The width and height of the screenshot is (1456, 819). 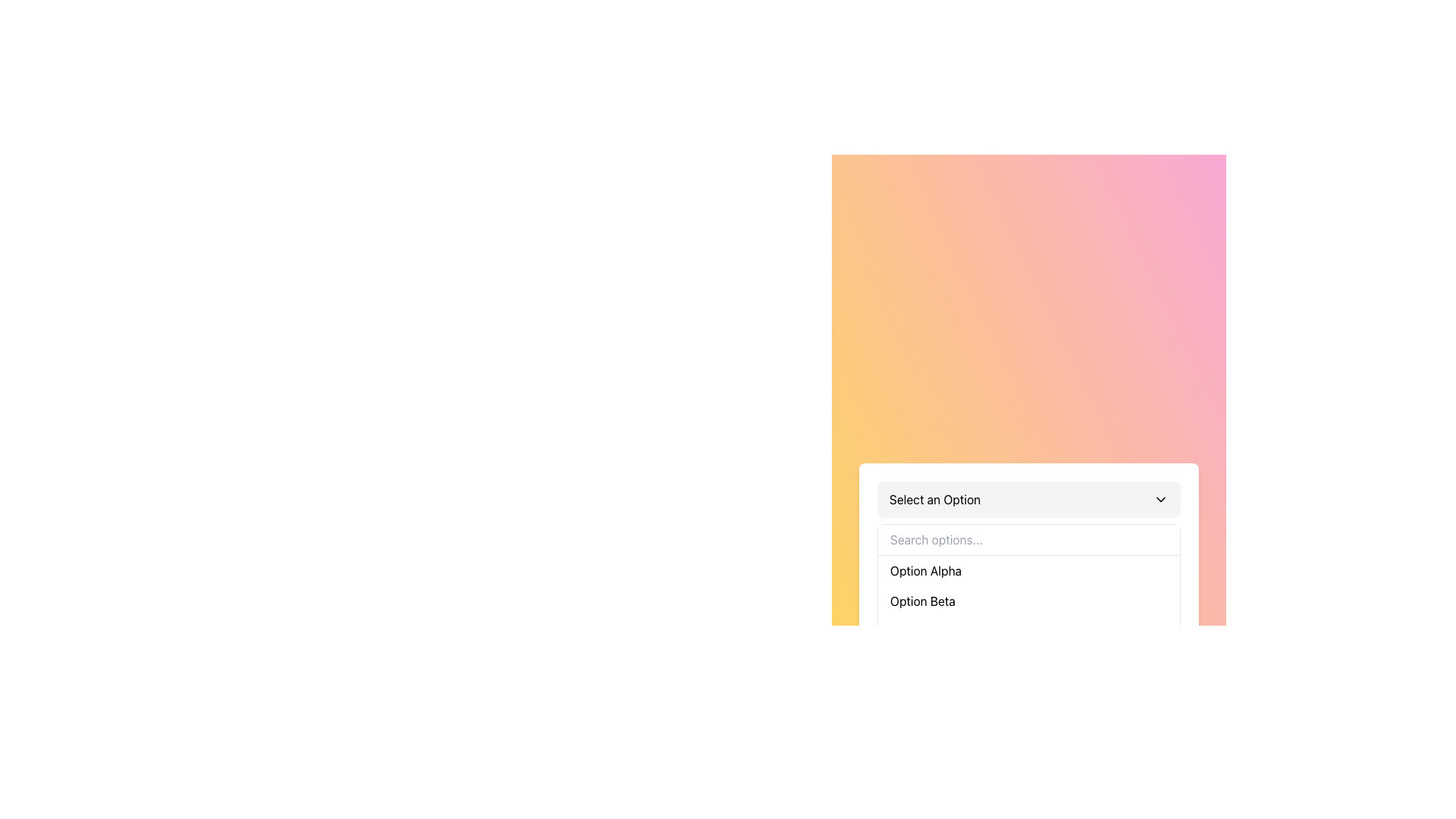 I want to click on the downward-pointing arrow icon located to the right of the 'Select an Option' text in the dropdown interface, so click(x=1160, y=499).